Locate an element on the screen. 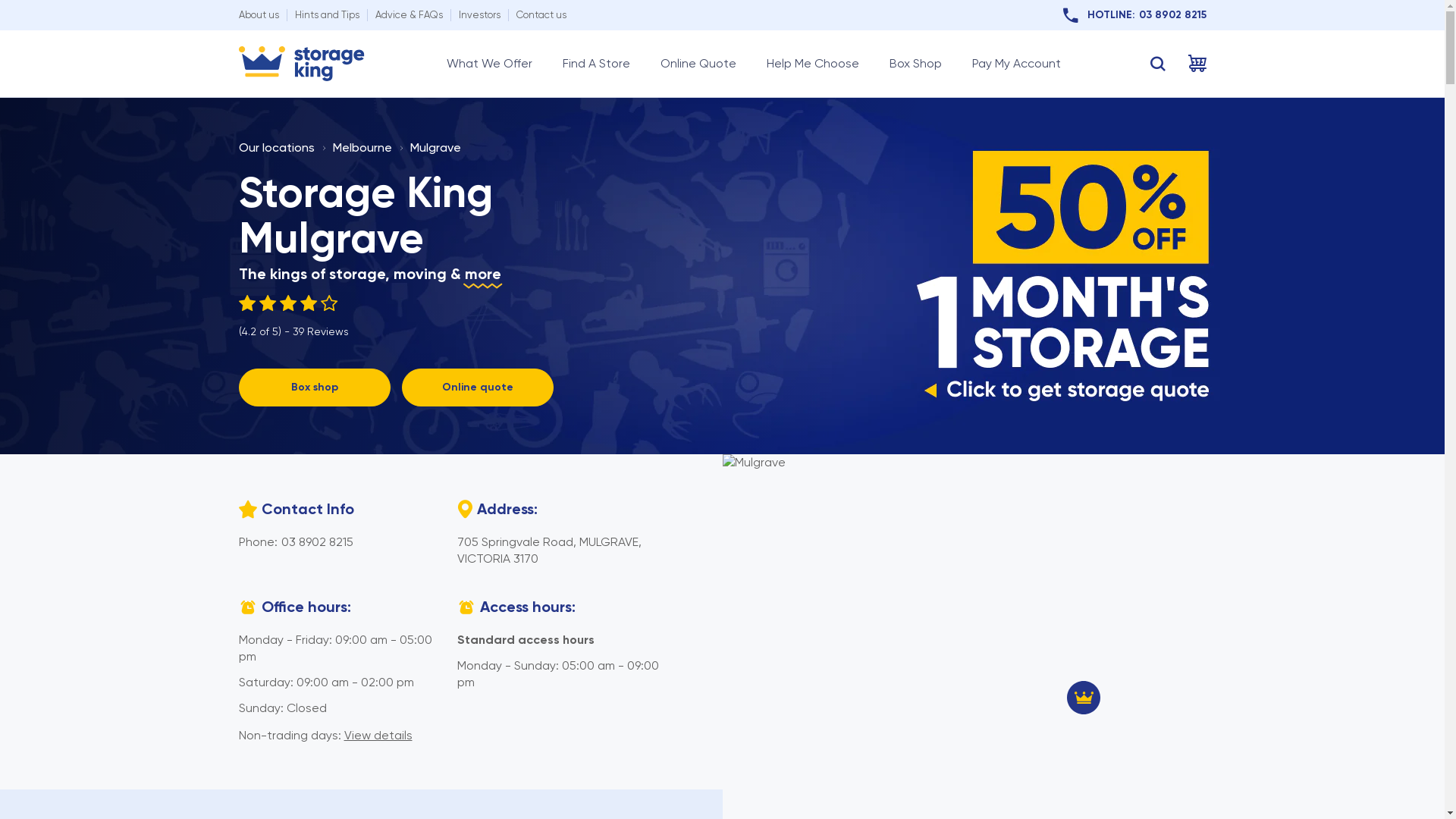 The width and height of the screenshot is (1456, 819). '(4.2 of 5) - 39 Reviews' is located at coordinates (293, 315).